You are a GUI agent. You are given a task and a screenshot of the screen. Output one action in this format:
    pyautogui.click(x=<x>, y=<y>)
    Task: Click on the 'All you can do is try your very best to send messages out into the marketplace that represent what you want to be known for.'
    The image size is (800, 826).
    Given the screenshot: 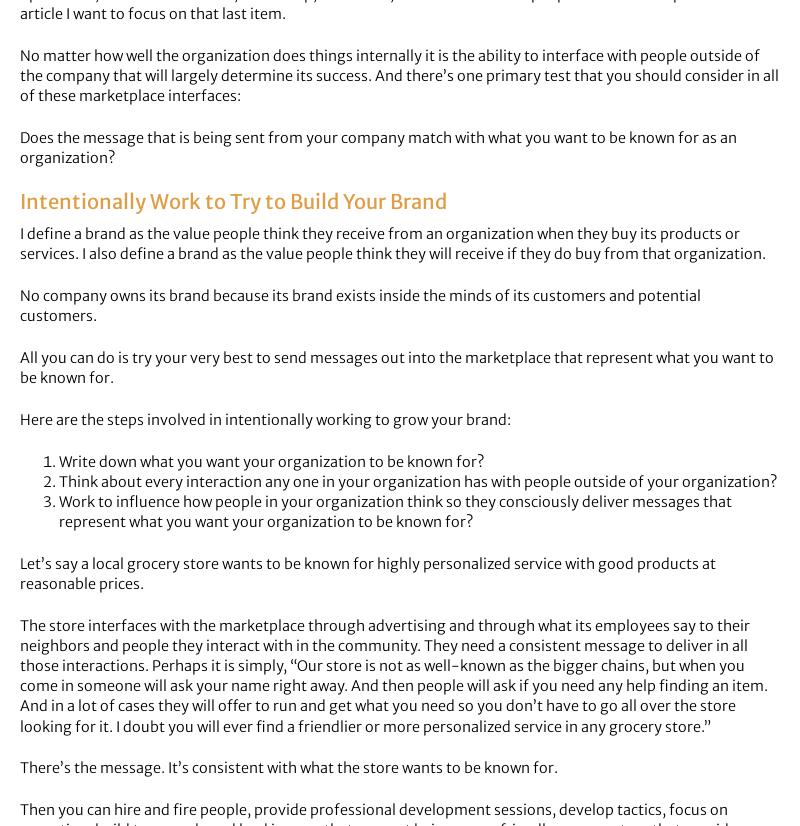 What is the action you would take?
    pyautogui.click(x=396, y=367)
    